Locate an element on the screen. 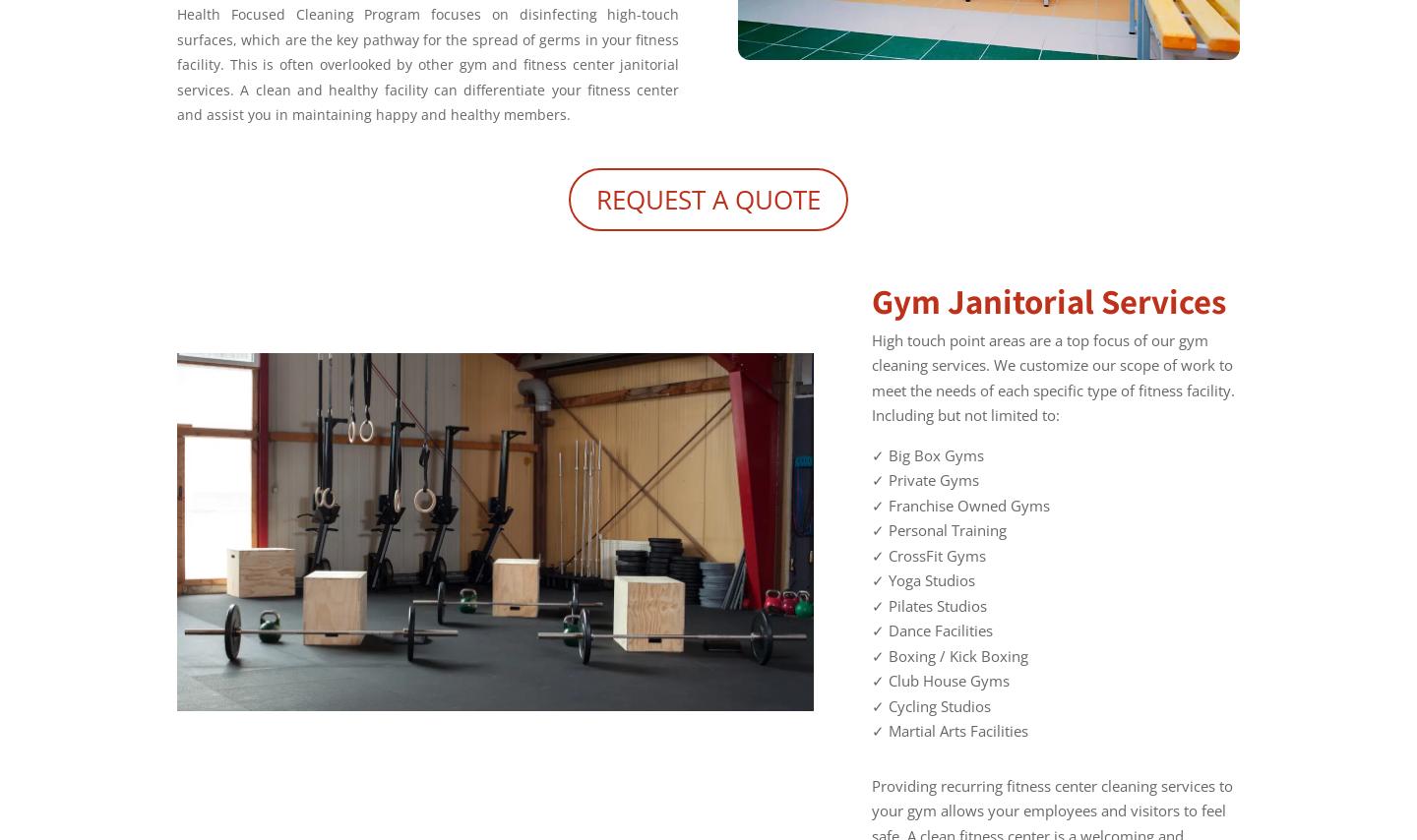 The height and width of the screenshot is (840, 1417). 'REQUEST A QUOTE' is located at coordinates (708, 197).